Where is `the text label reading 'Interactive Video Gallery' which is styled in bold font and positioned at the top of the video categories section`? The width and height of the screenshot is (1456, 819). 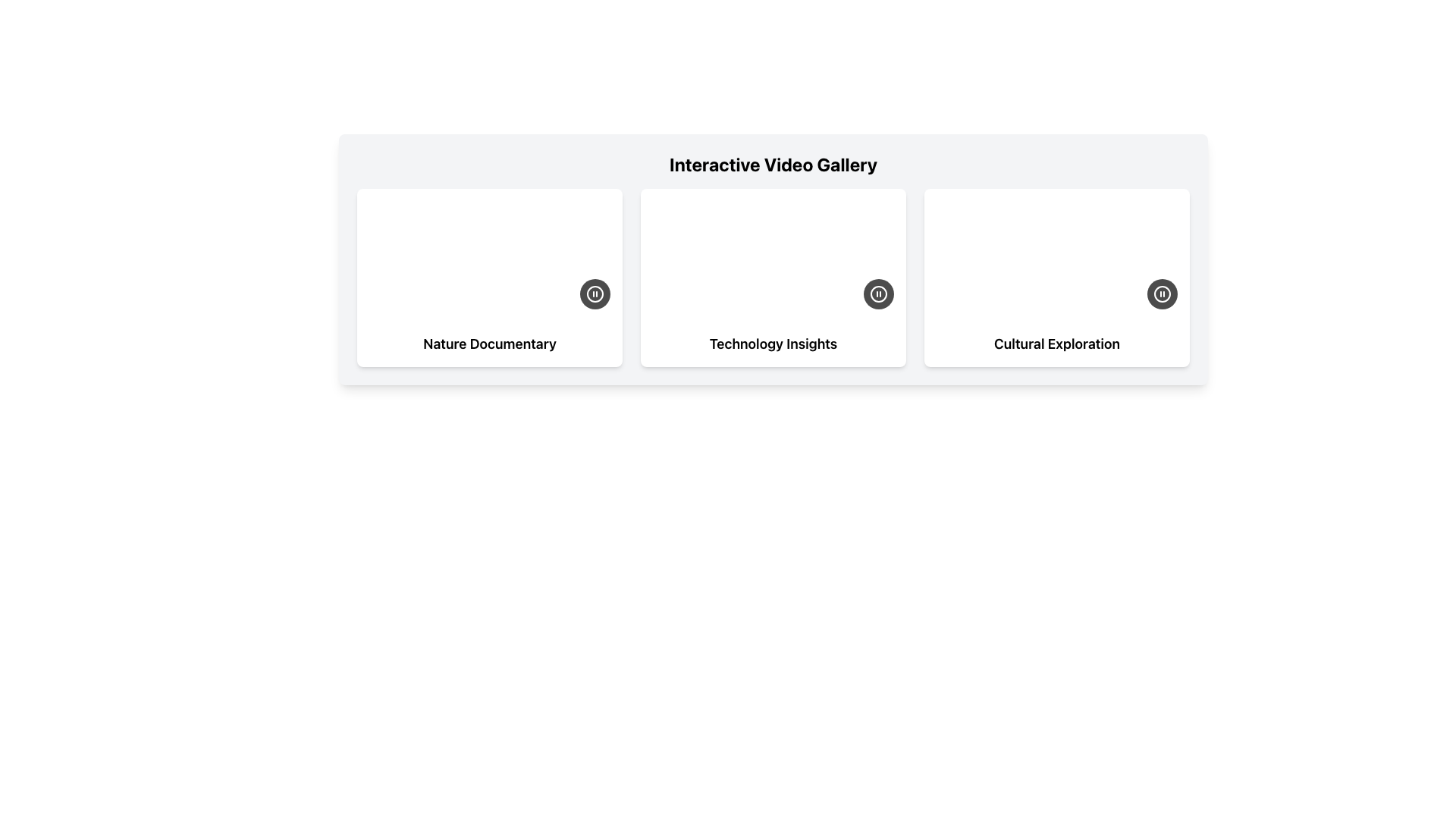
the text label reading 'Interactive Video Gallery' which is styled in bold font and positioned at the top of the video categories section is located at coordinates (773, 164).